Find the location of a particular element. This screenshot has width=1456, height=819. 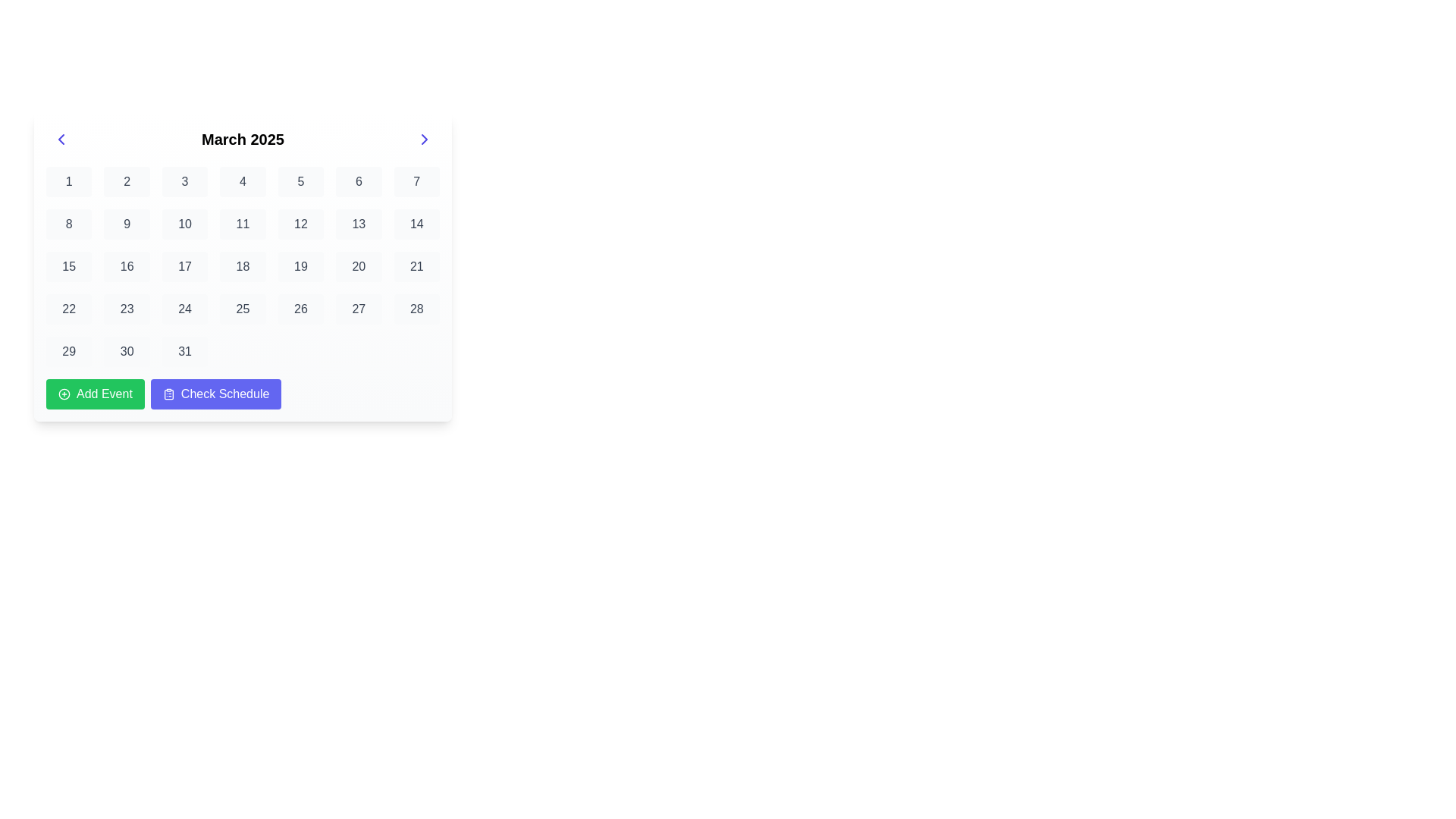

the circular outline component within the 'Add Event' button is located at coordinates (64, 394).